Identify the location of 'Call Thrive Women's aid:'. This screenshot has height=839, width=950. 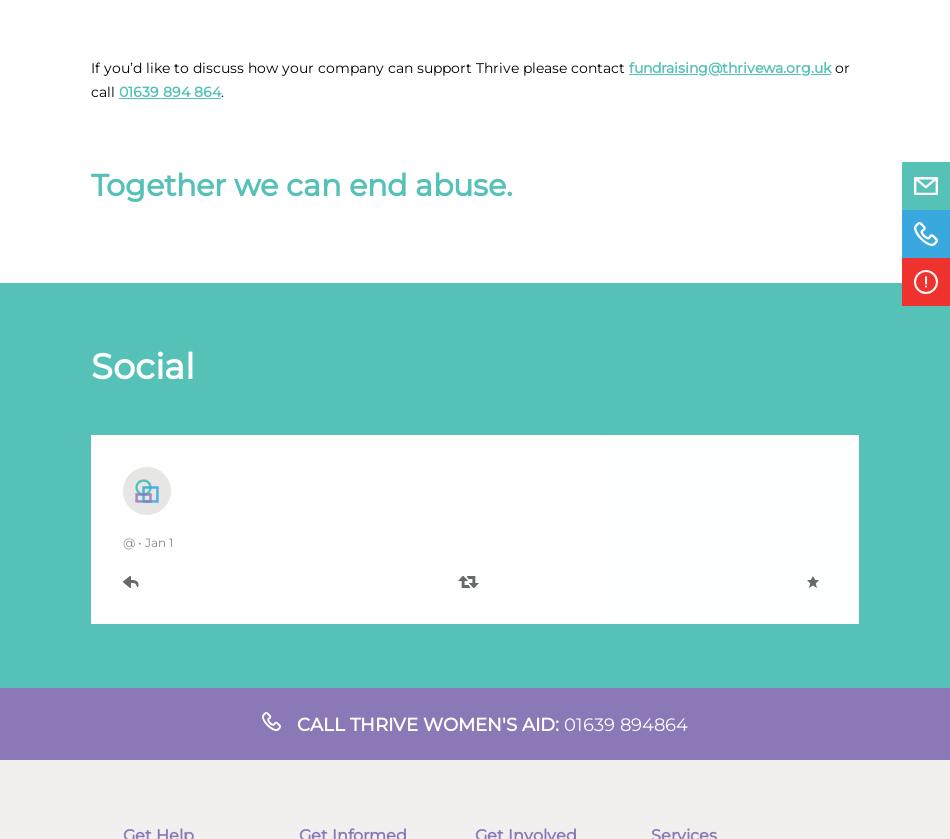
(429, 723).